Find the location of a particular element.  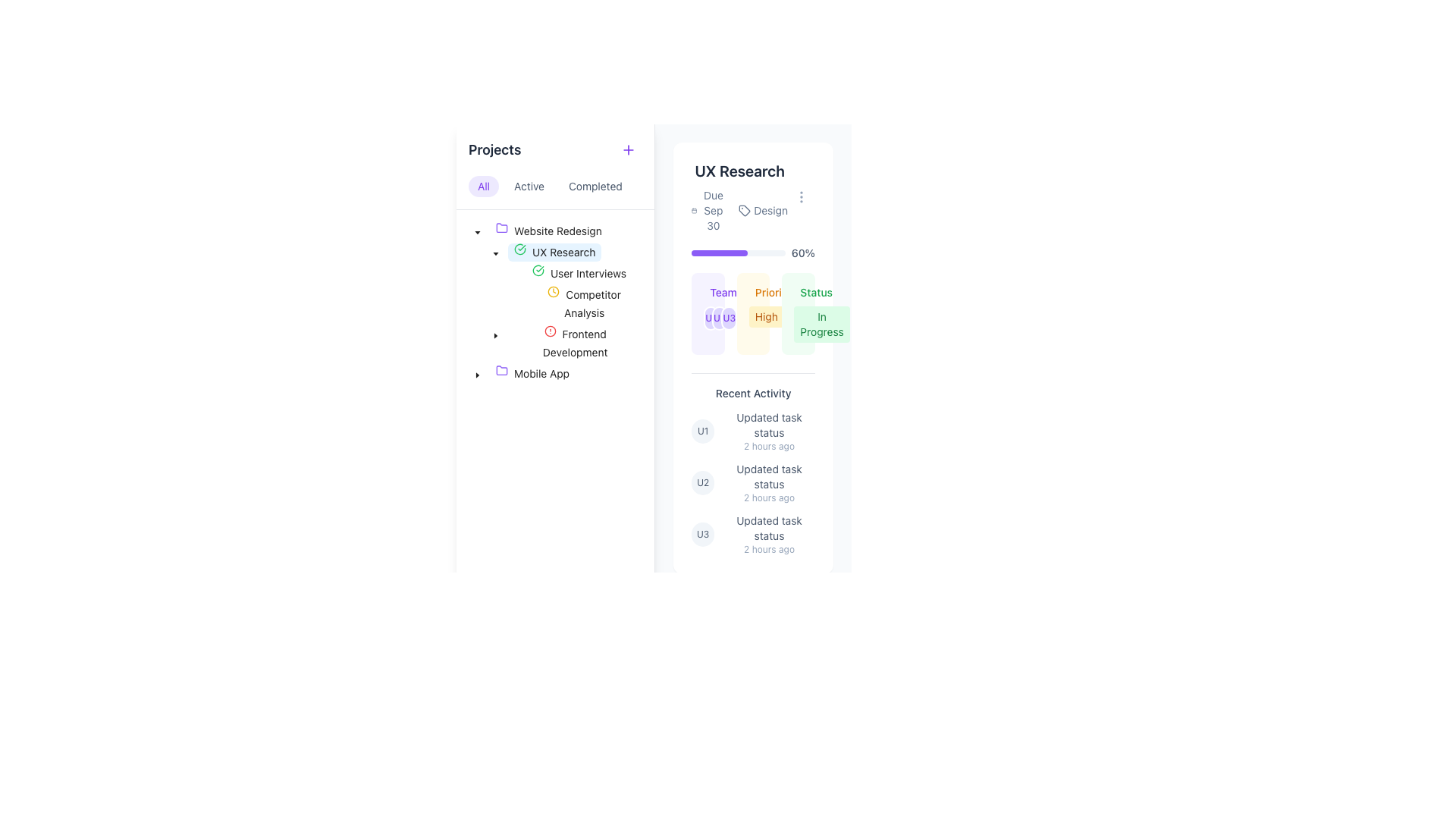

the 'User Interviews' text label located under the 'UX Research' node is located at coordinates (588, 273).